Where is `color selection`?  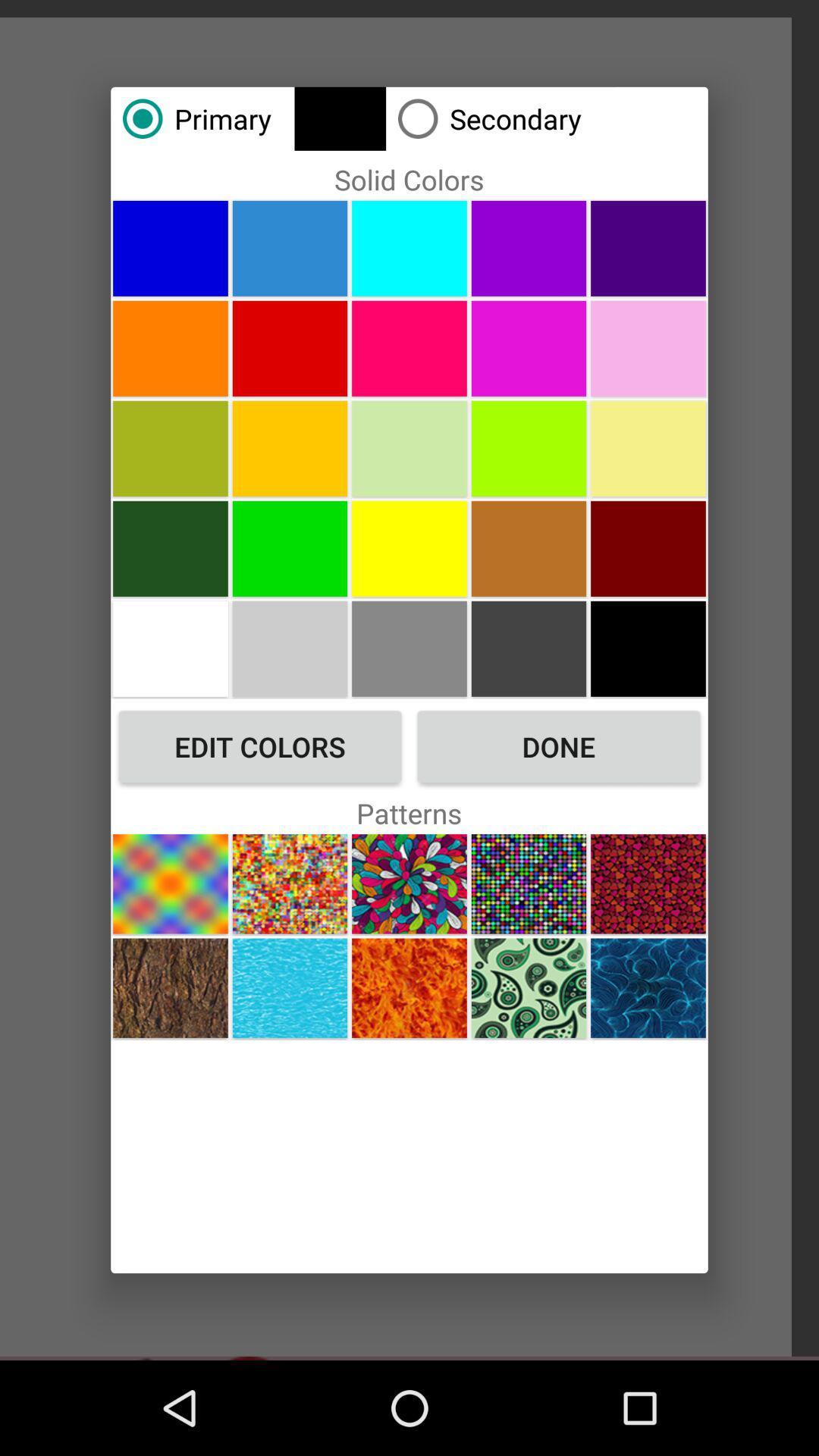 color selection is located at coordinates (170, 248).